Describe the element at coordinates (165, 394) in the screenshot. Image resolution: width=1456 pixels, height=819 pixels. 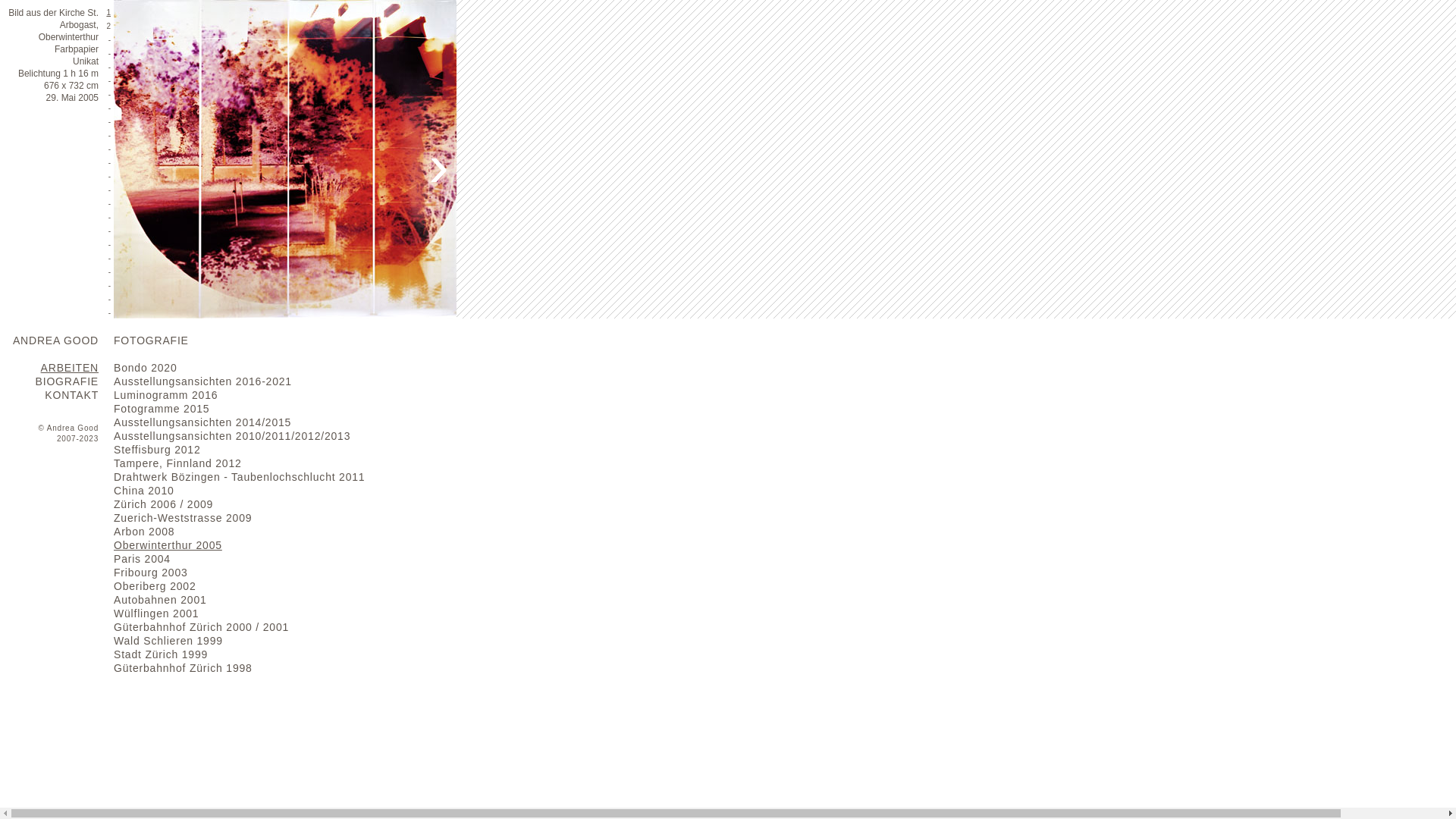
I see `'Luminogramm 2016'` at that location.